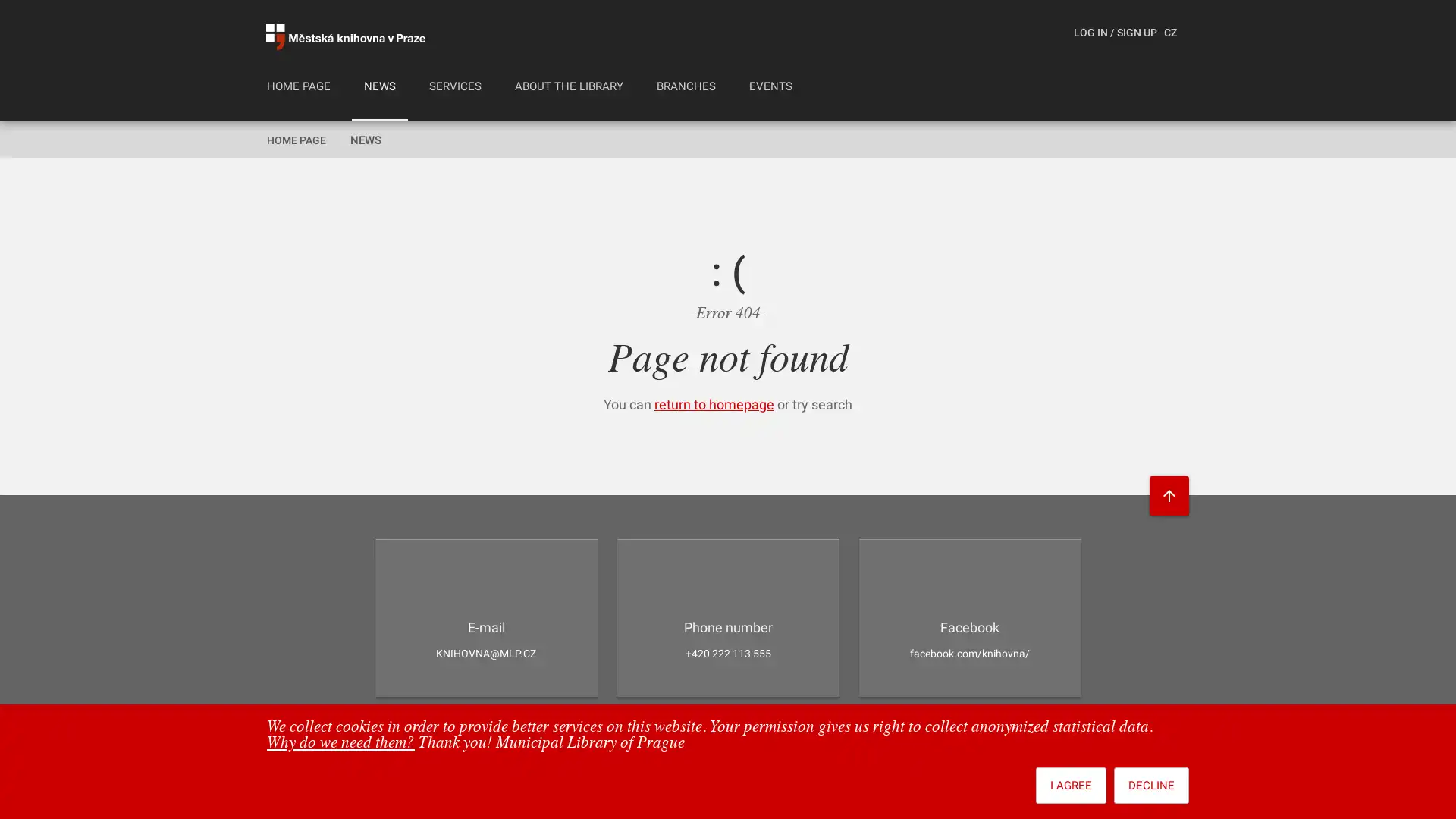  Describe the element at coordinates (1151, 785) in the screenshot. I see `DECLINE` at that location.